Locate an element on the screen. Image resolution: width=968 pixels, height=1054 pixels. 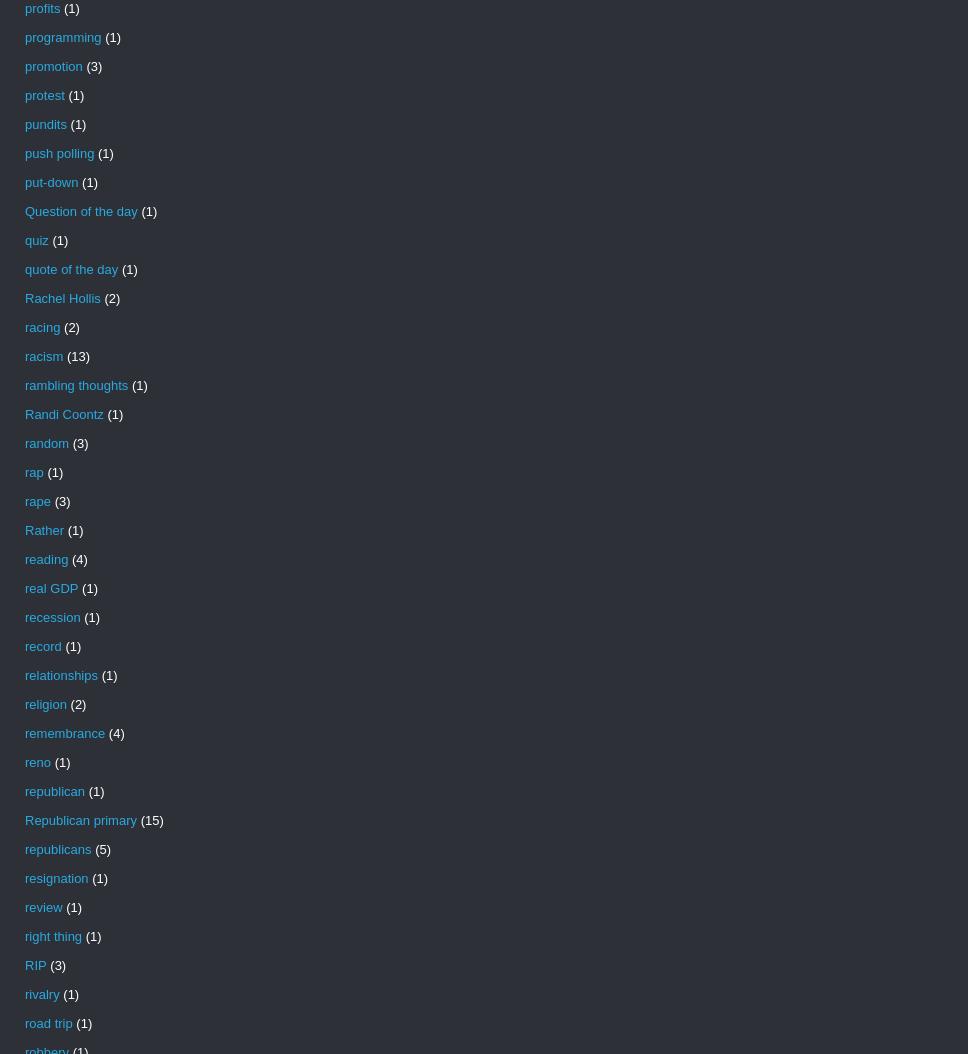
'Rachel Hollis' is located at coordinates (61, 297).